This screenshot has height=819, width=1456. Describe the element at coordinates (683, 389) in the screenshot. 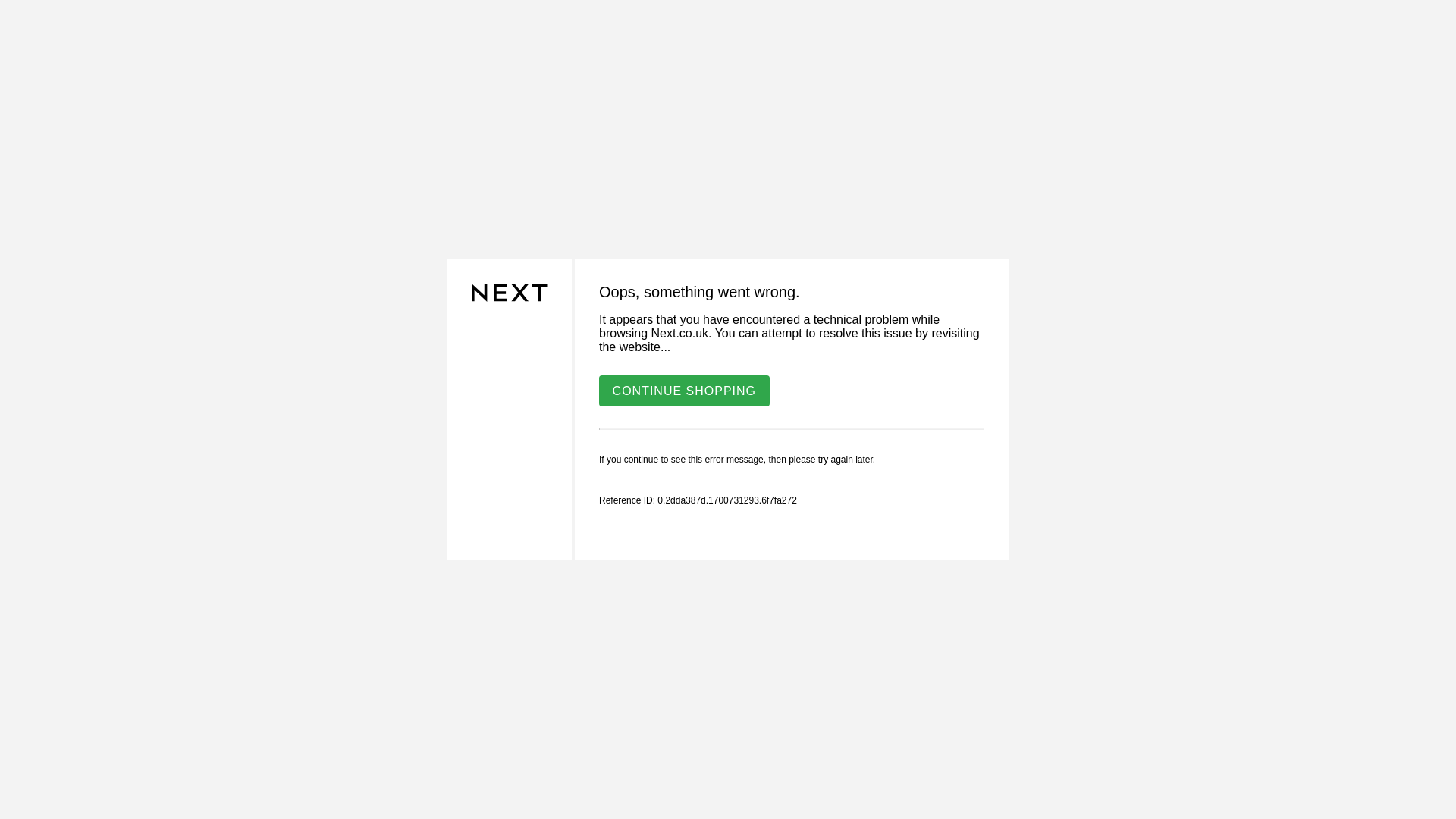

I see `'CONTINUE SHOPPING'` at that location.